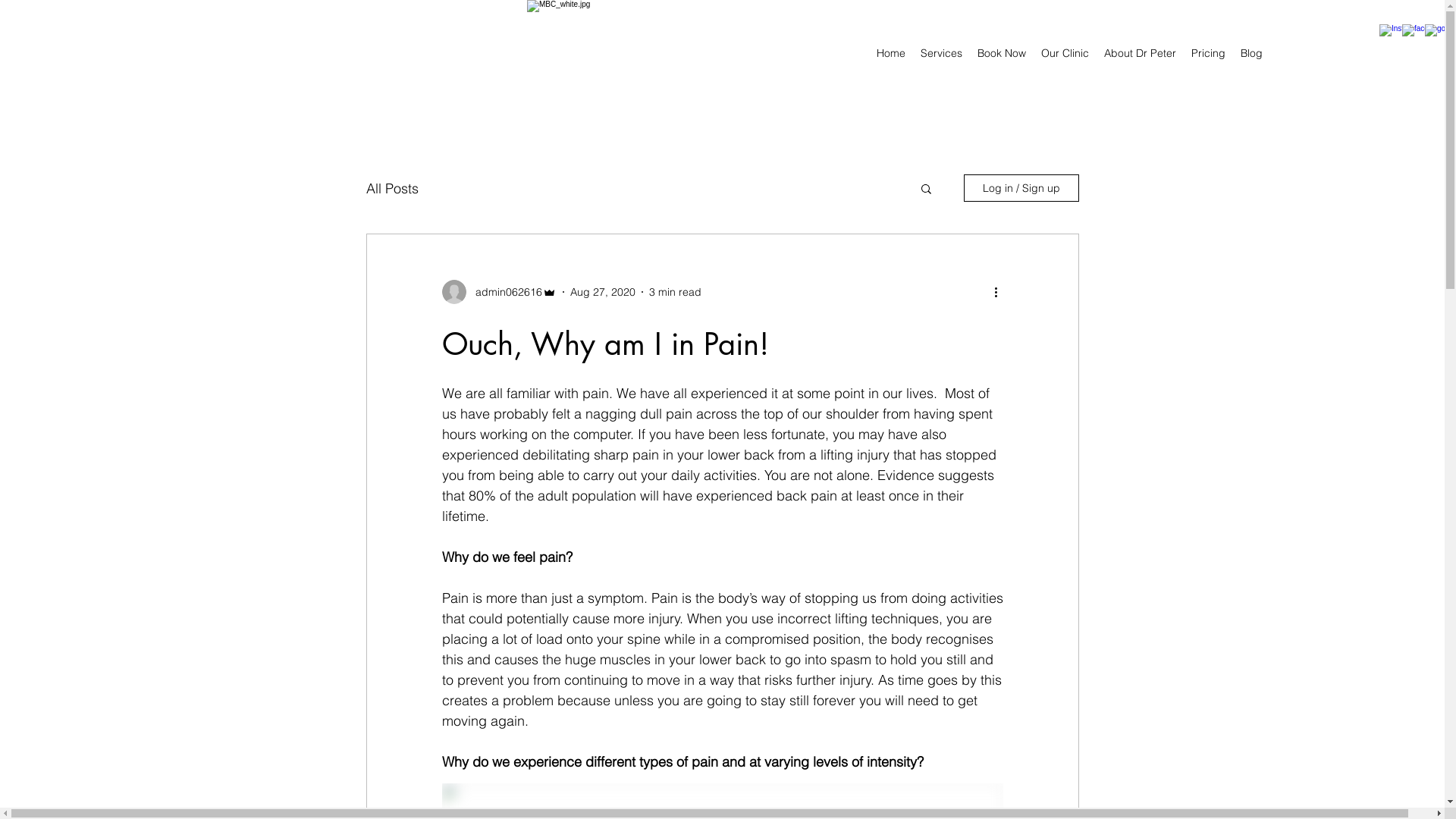  I want to click on 'Home', so click(891, 52).